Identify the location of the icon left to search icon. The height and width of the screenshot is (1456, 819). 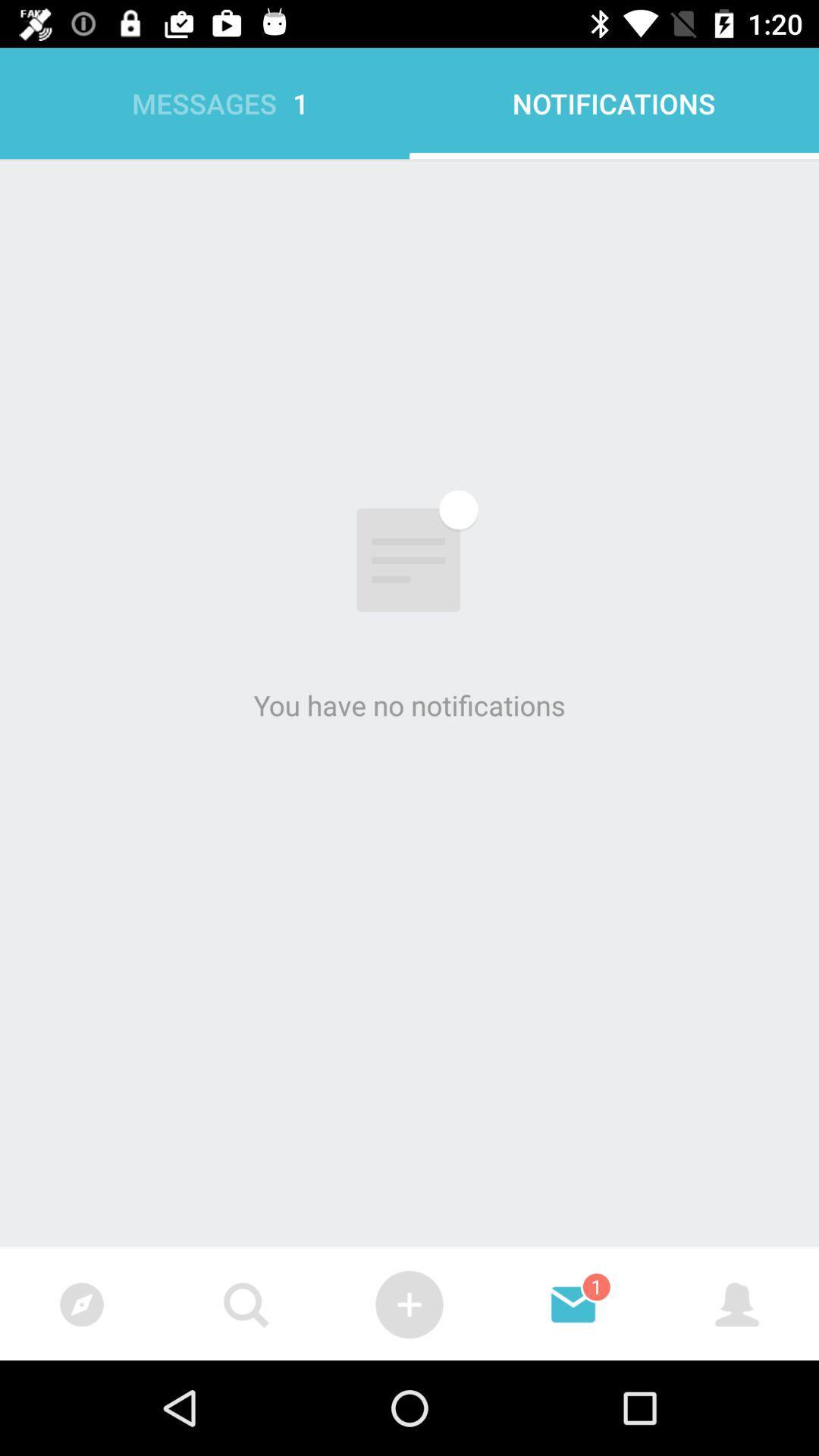
(82, 1304).